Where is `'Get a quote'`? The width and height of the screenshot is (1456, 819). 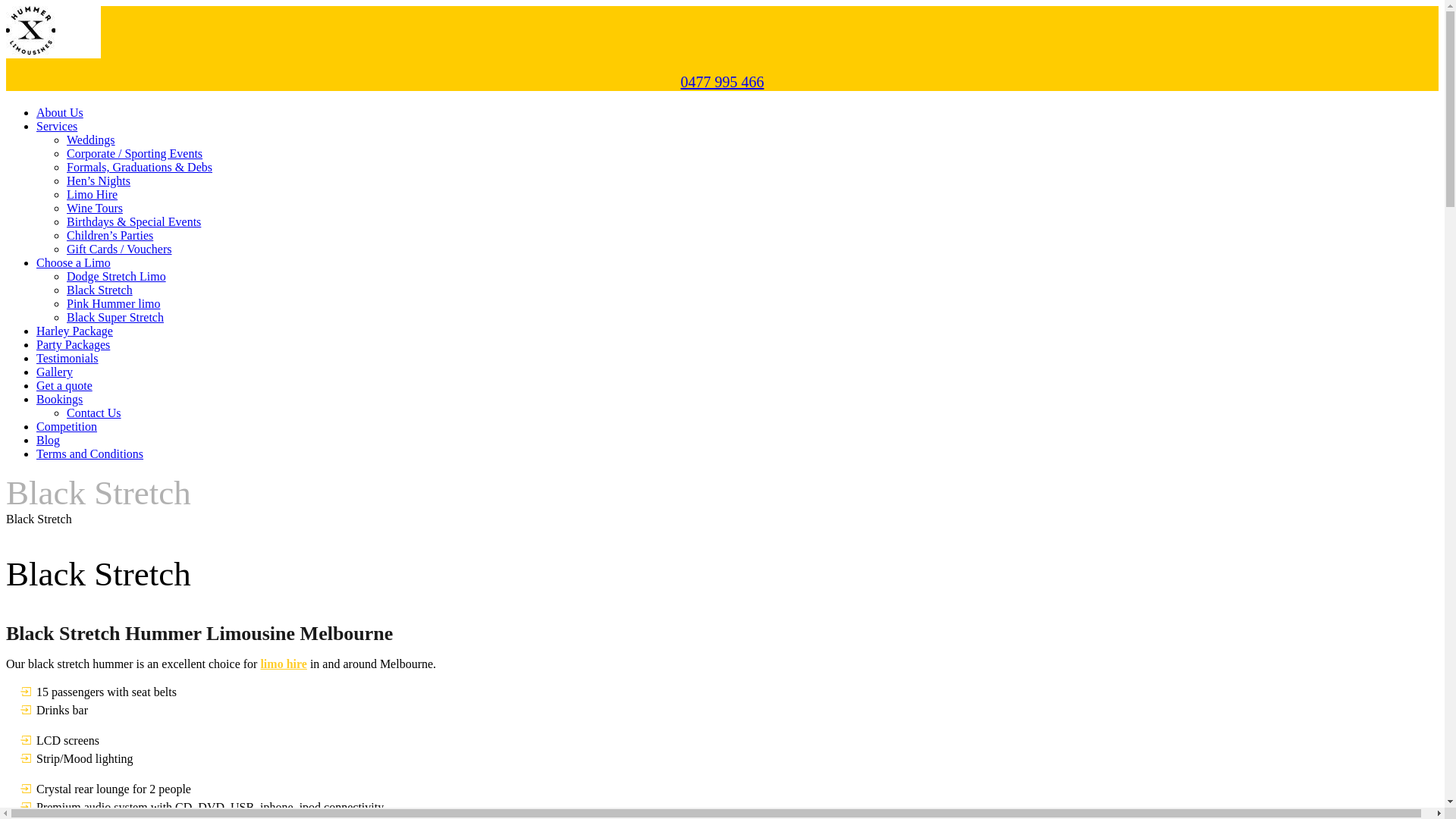 'Get a quote' is located at coordinates (64, 384).